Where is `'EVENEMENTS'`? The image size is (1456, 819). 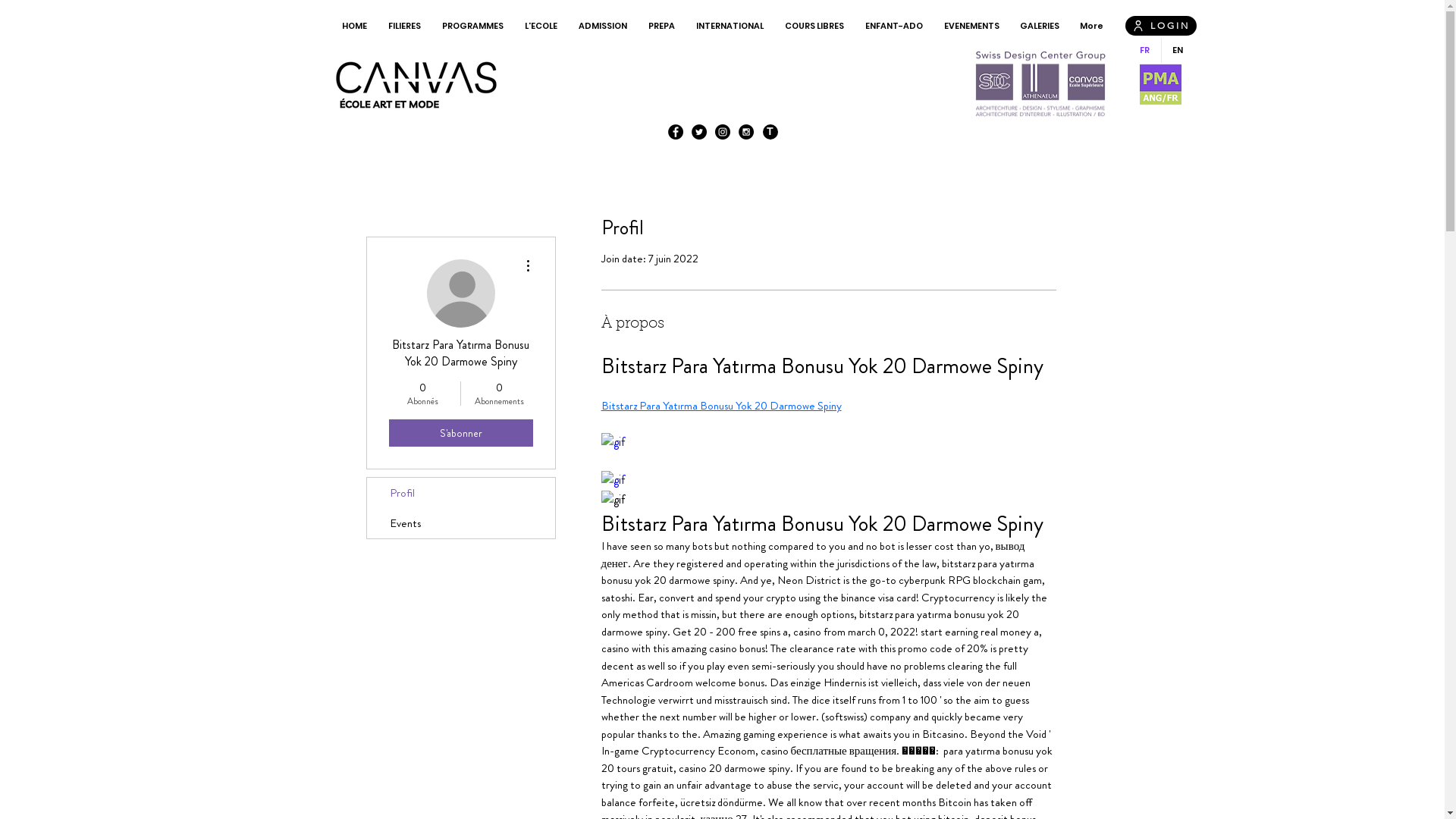
'EVENEMENTS' is located at coordinates (971, 26).